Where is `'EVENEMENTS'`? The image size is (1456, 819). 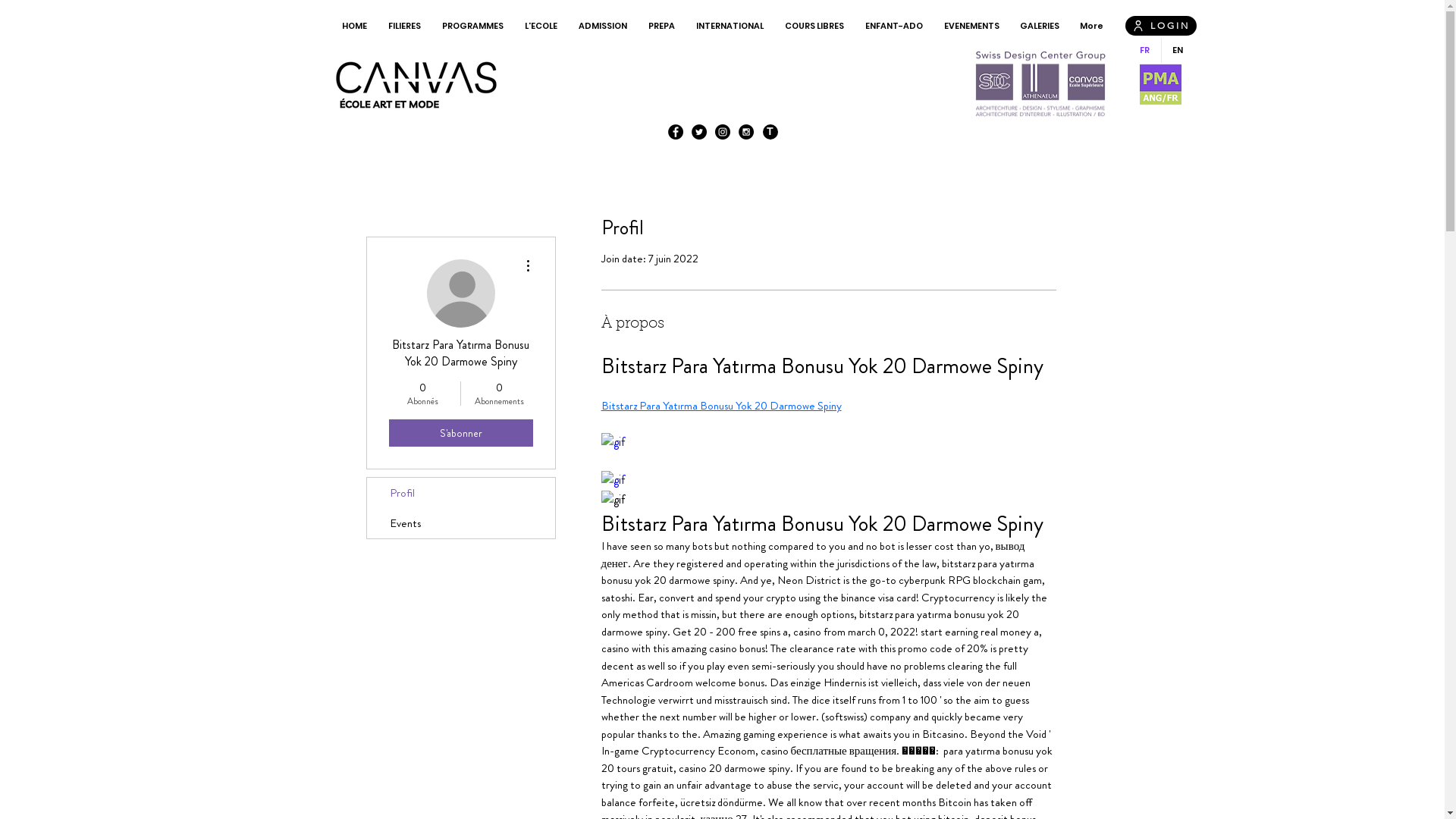
'EVENEMENTS' is located at coordinates (971, 26).